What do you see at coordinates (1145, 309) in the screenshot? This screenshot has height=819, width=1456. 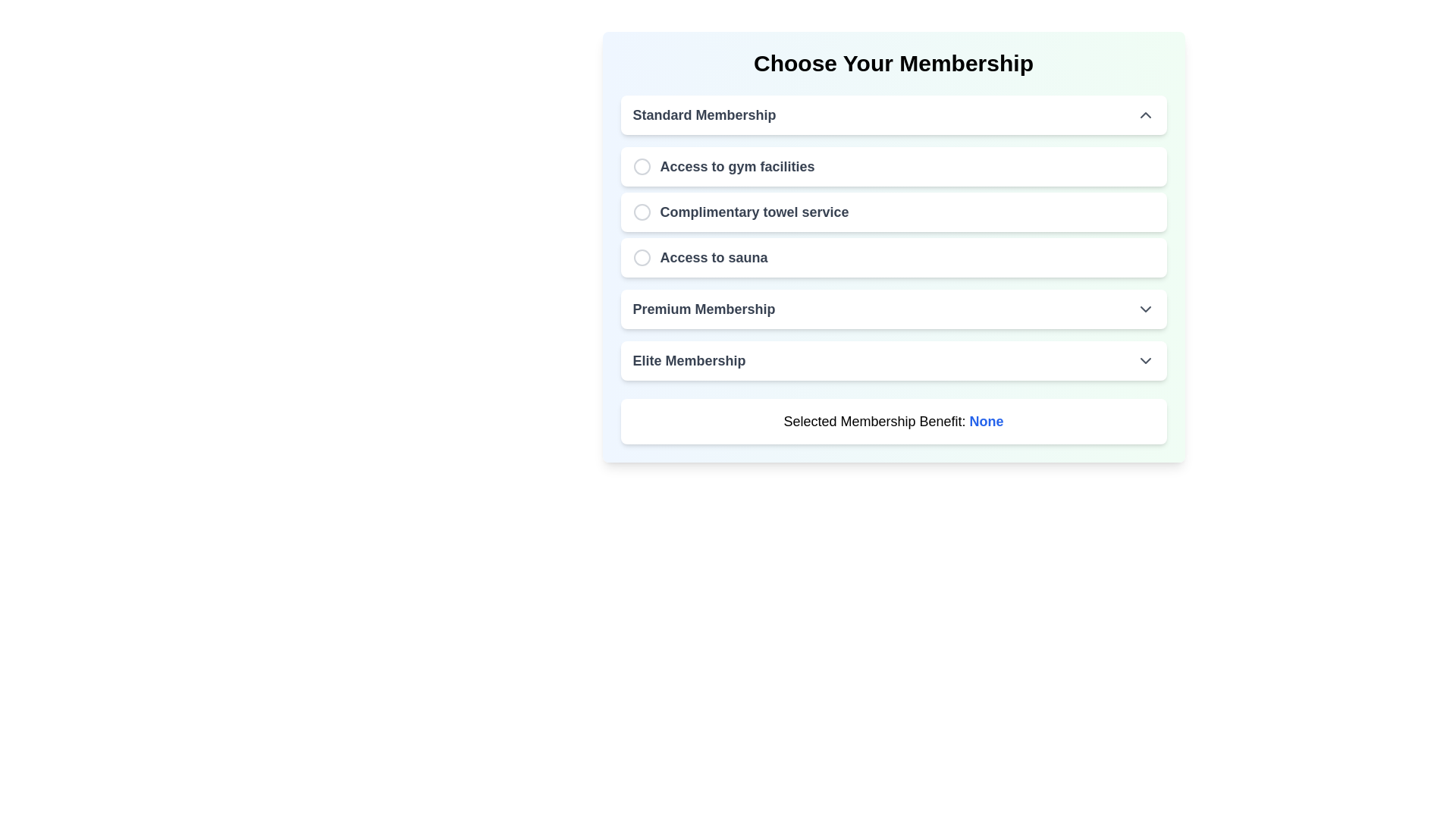 I see `the chevron icon located on the right-hand side of the 'Premium Membership' section` at bounding box center [1145, 309].